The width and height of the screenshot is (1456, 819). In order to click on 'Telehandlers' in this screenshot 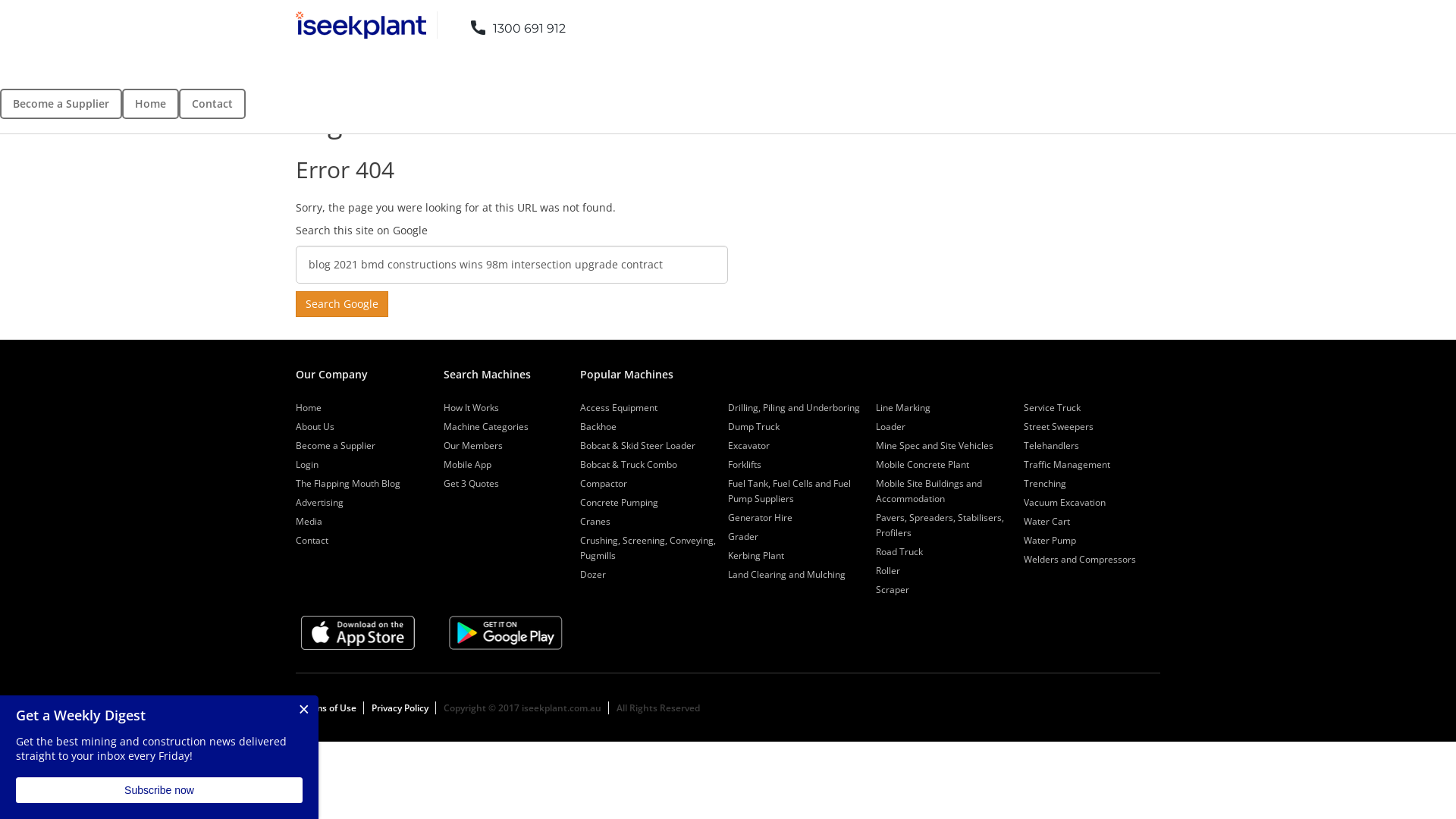, I will do `click(1050, 444)`.